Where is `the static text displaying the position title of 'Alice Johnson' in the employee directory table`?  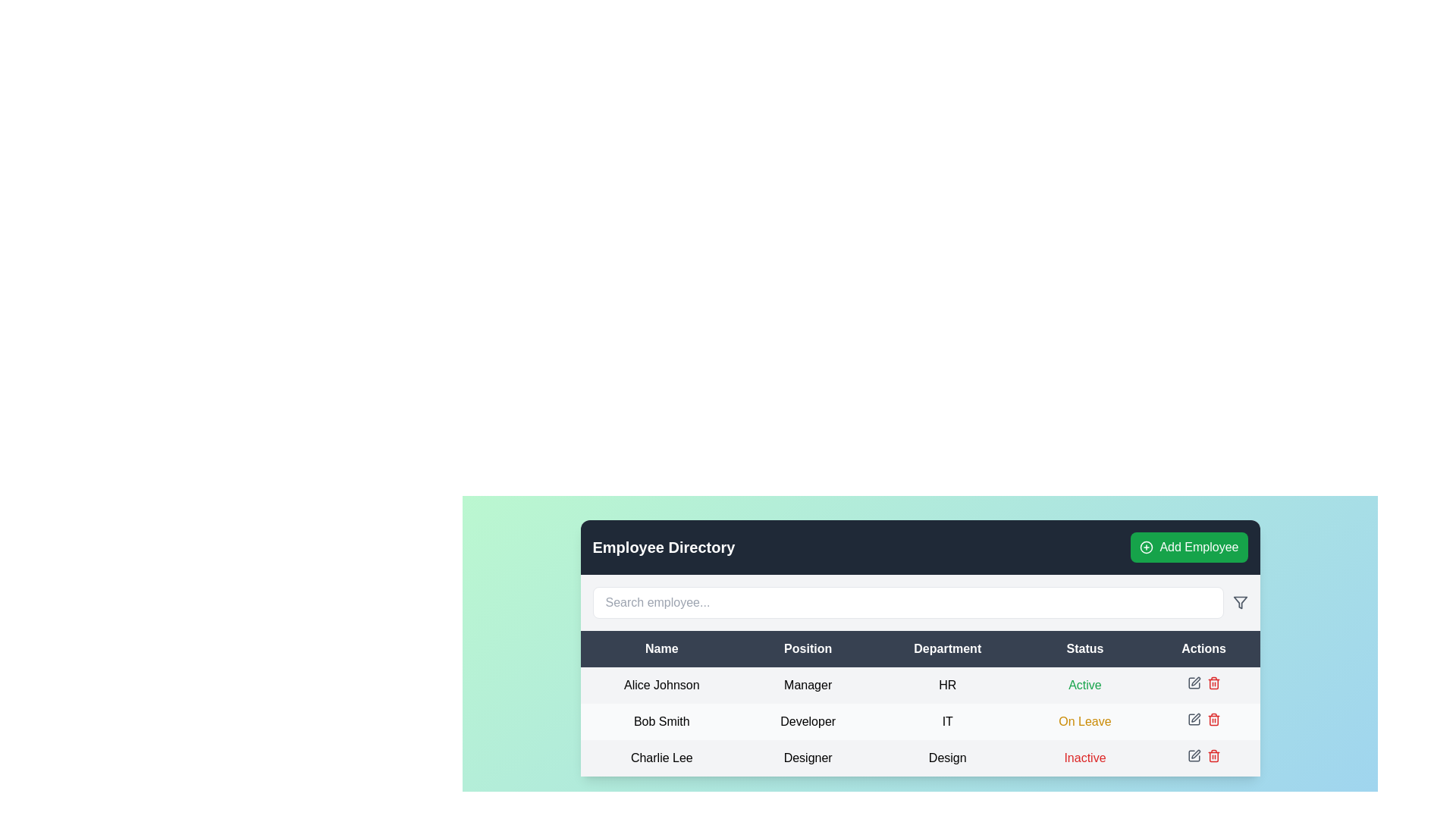 the static text displaying the position title of 'Alice Johnson' in the employee directory table is located at coordinates (807, 685).